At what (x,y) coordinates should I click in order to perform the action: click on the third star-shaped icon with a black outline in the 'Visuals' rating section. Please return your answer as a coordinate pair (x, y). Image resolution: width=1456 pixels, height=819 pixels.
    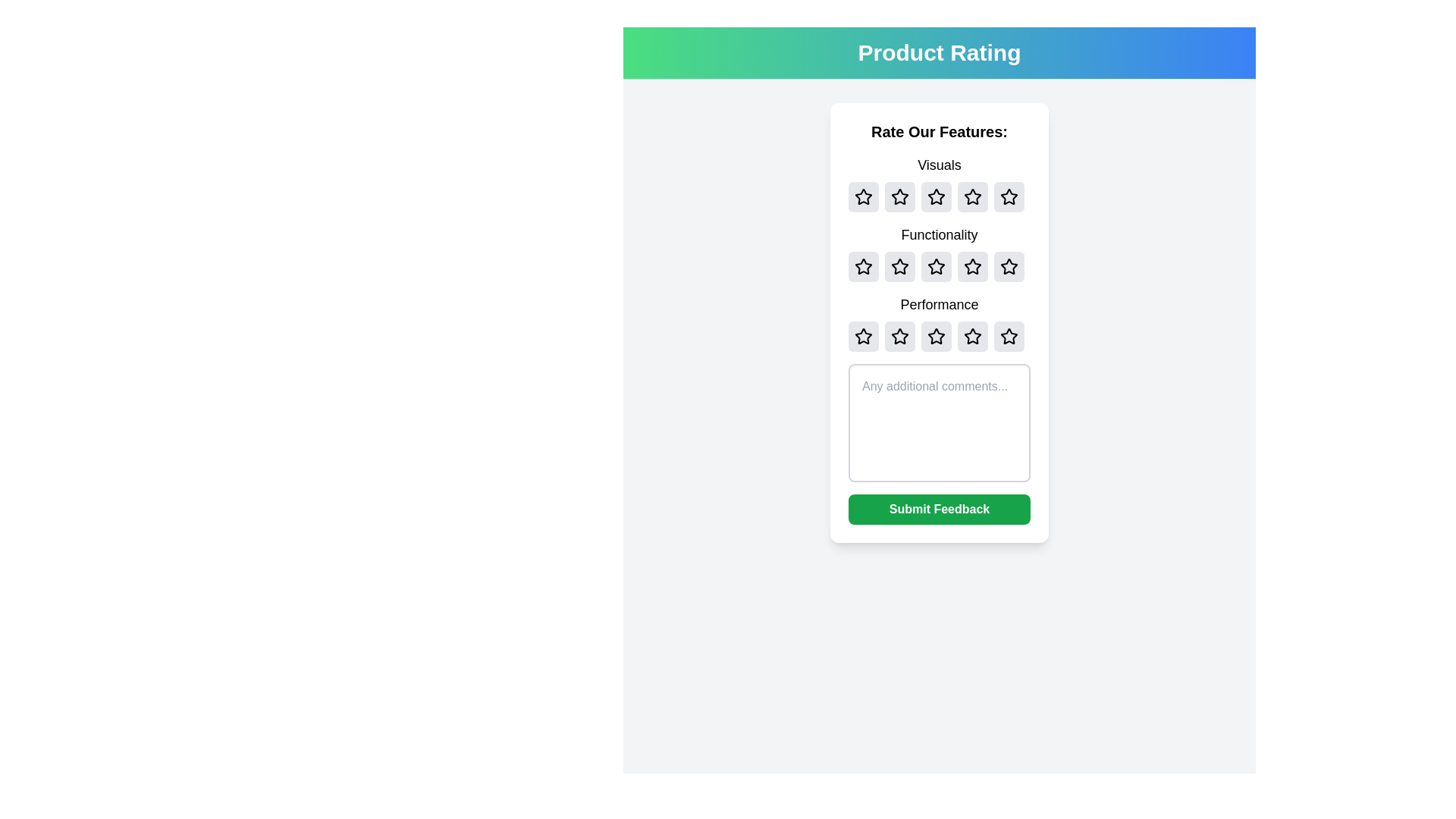
    Looking at the image, I should click on (971, 195).